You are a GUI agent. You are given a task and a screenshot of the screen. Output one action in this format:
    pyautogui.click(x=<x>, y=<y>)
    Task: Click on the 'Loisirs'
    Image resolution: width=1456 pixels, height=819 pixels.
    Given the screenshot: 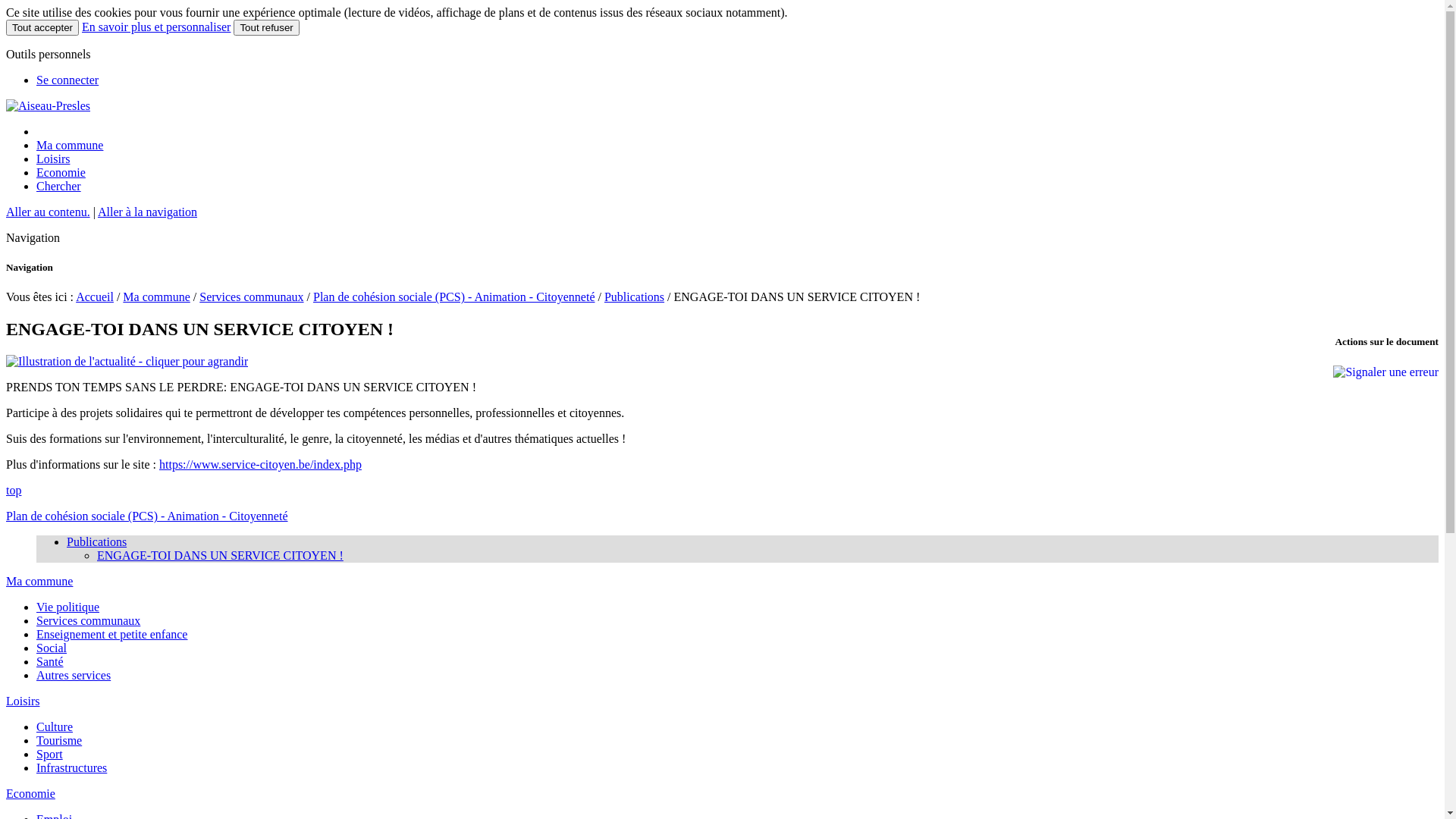 What is the action you would take?
    pyautogui.click(x=53, y=158)
    